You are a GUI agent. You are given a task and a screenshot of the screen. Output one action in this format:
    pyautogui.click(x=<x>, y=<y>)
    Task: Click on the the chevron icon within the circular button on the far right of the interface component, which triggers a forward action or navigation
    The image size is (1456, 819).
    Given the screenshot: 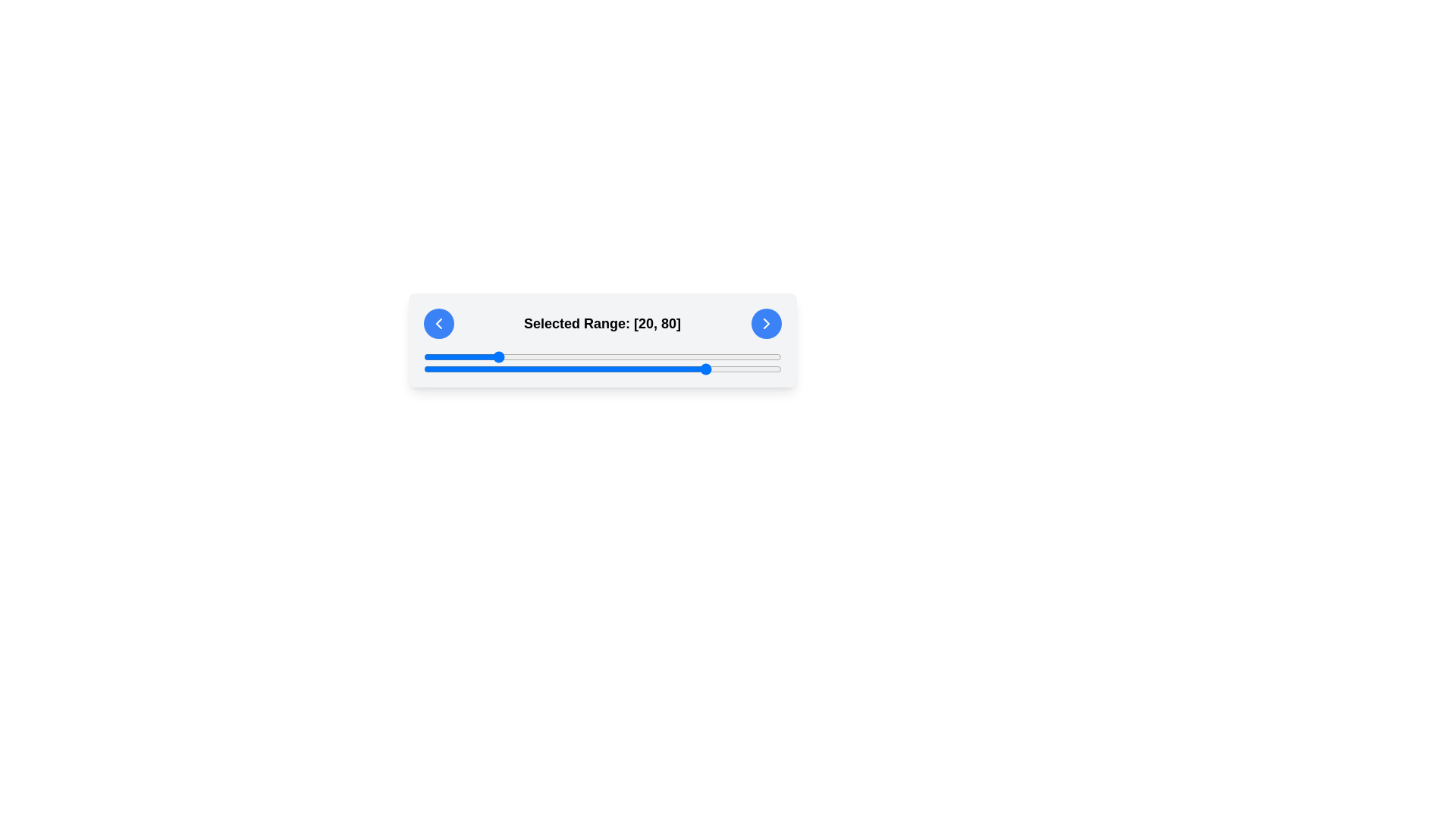 What is the action you would take?
    pyautogui.click(x=766, y=323)
    